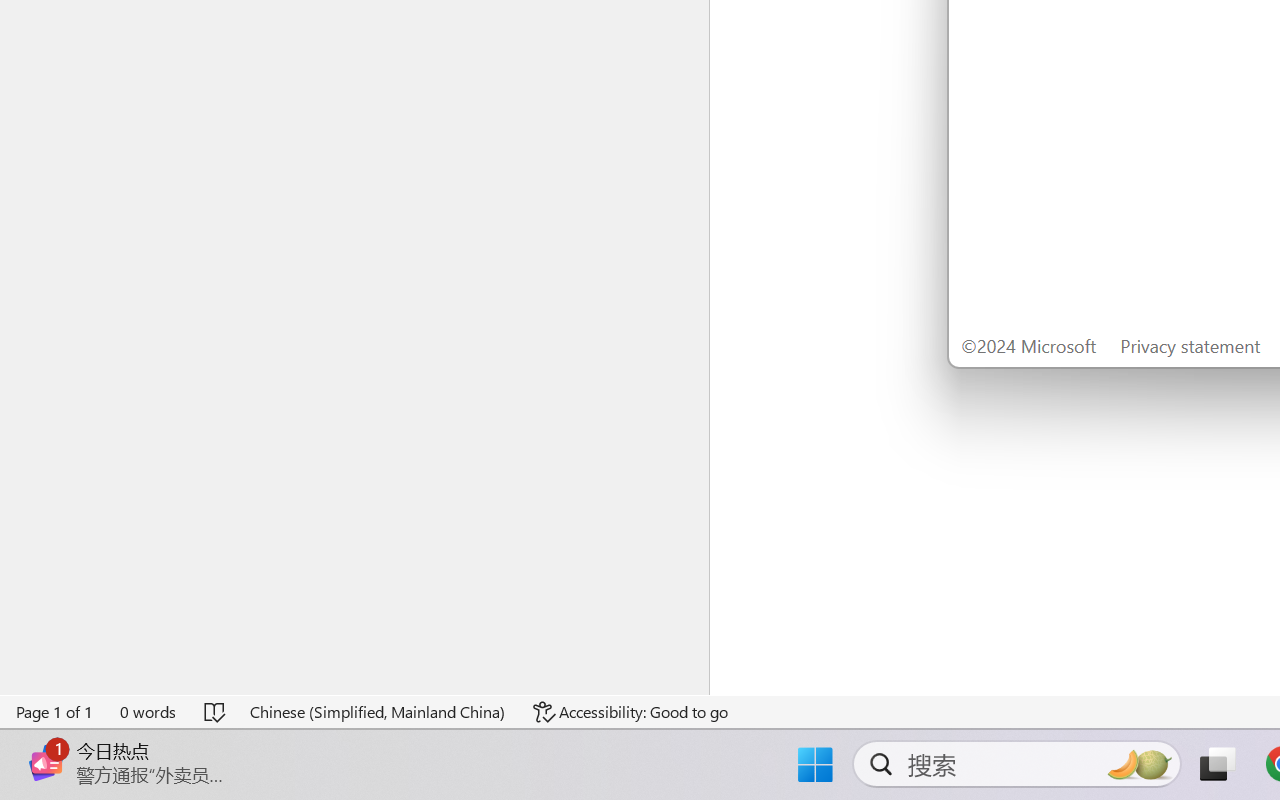 The height and width of the screenshot is (800, 1280). What do you see at coordinates (378, 711) in the screenshot?
I see `'Language Chinese (Simplified, Mainland China)'` at bounding box center [378, 711].